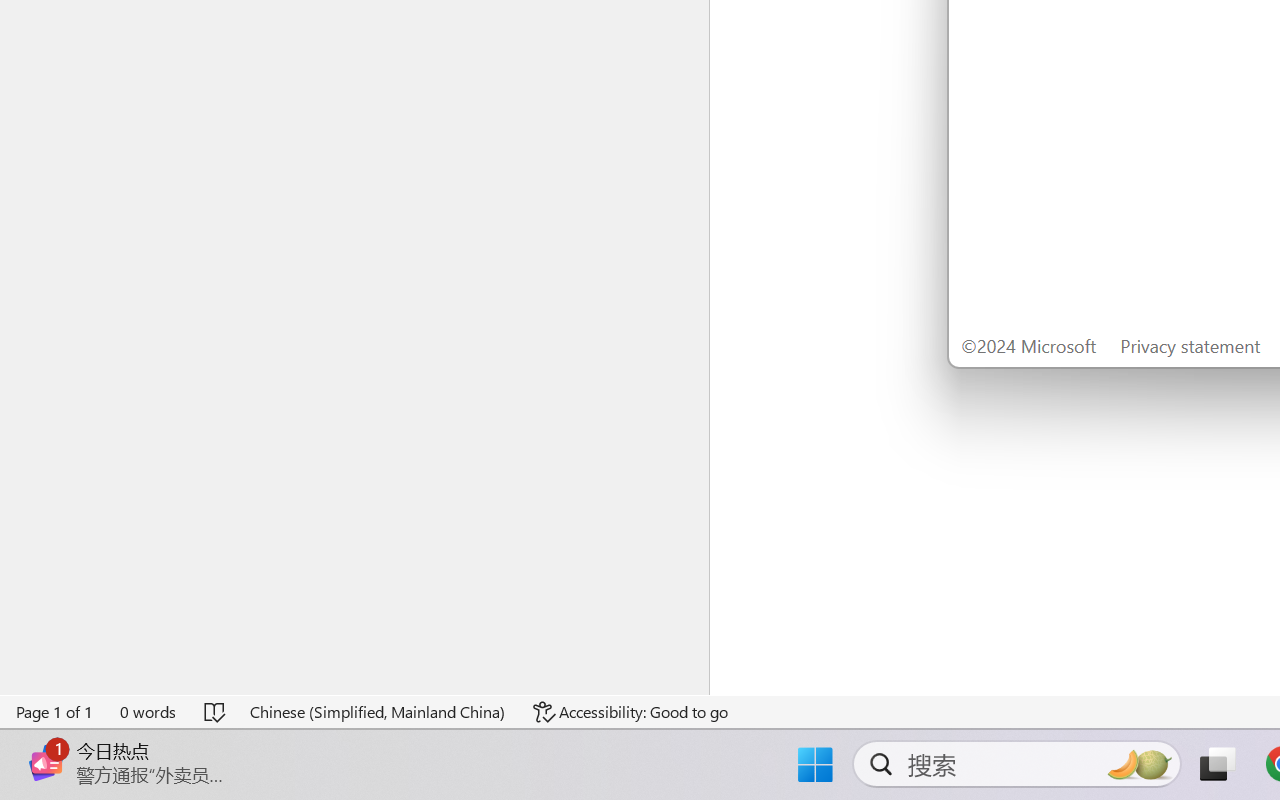 The height and width of the screenshot is (800, 1280). What do you see at coordinates (378, 711) in the screenshot?
I see `'Language Chinese (Simplified, Mainland China)'` at bounding box center [378, 711].